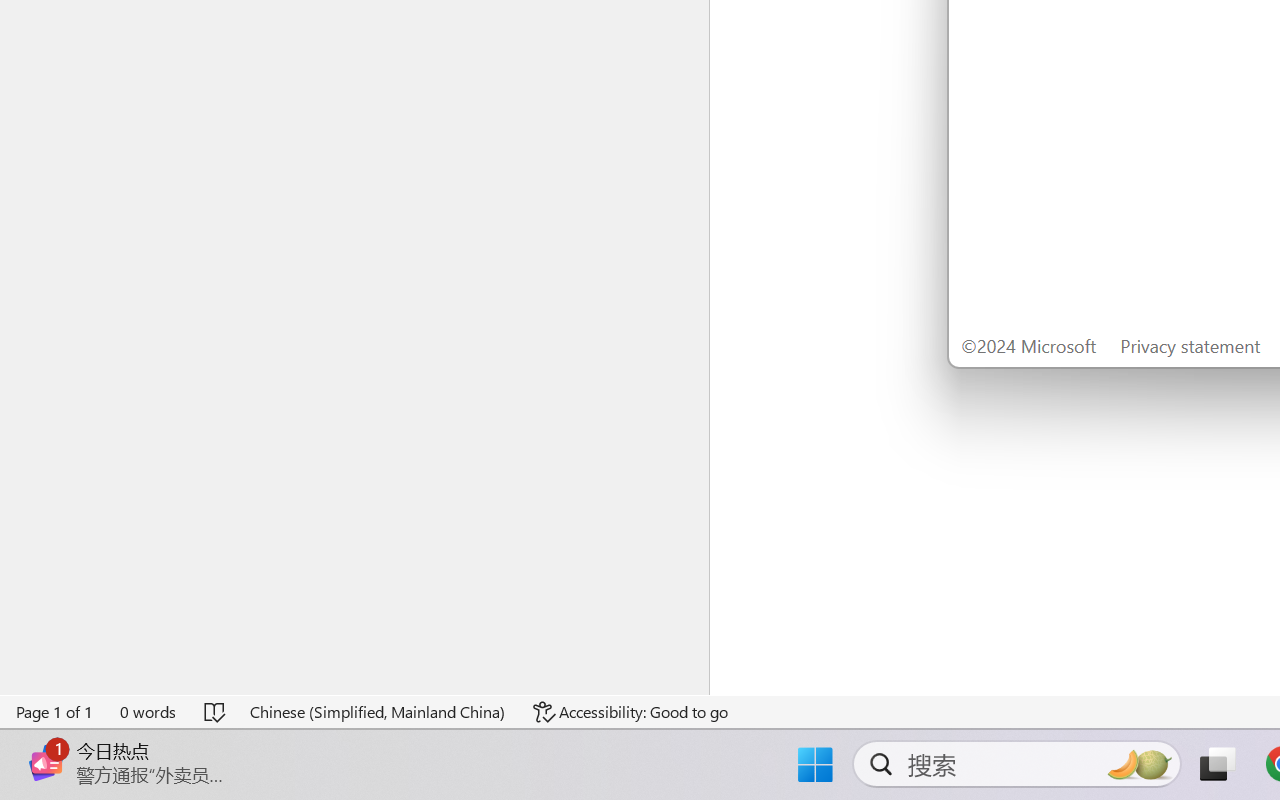 The height and width of the screenshot is (800, 1280). What do you see at coordinates (378, 711) in the screenshot?
I see `'Language Chinese (Simplified, Mainland China)'` at bounding box center [378, 711].